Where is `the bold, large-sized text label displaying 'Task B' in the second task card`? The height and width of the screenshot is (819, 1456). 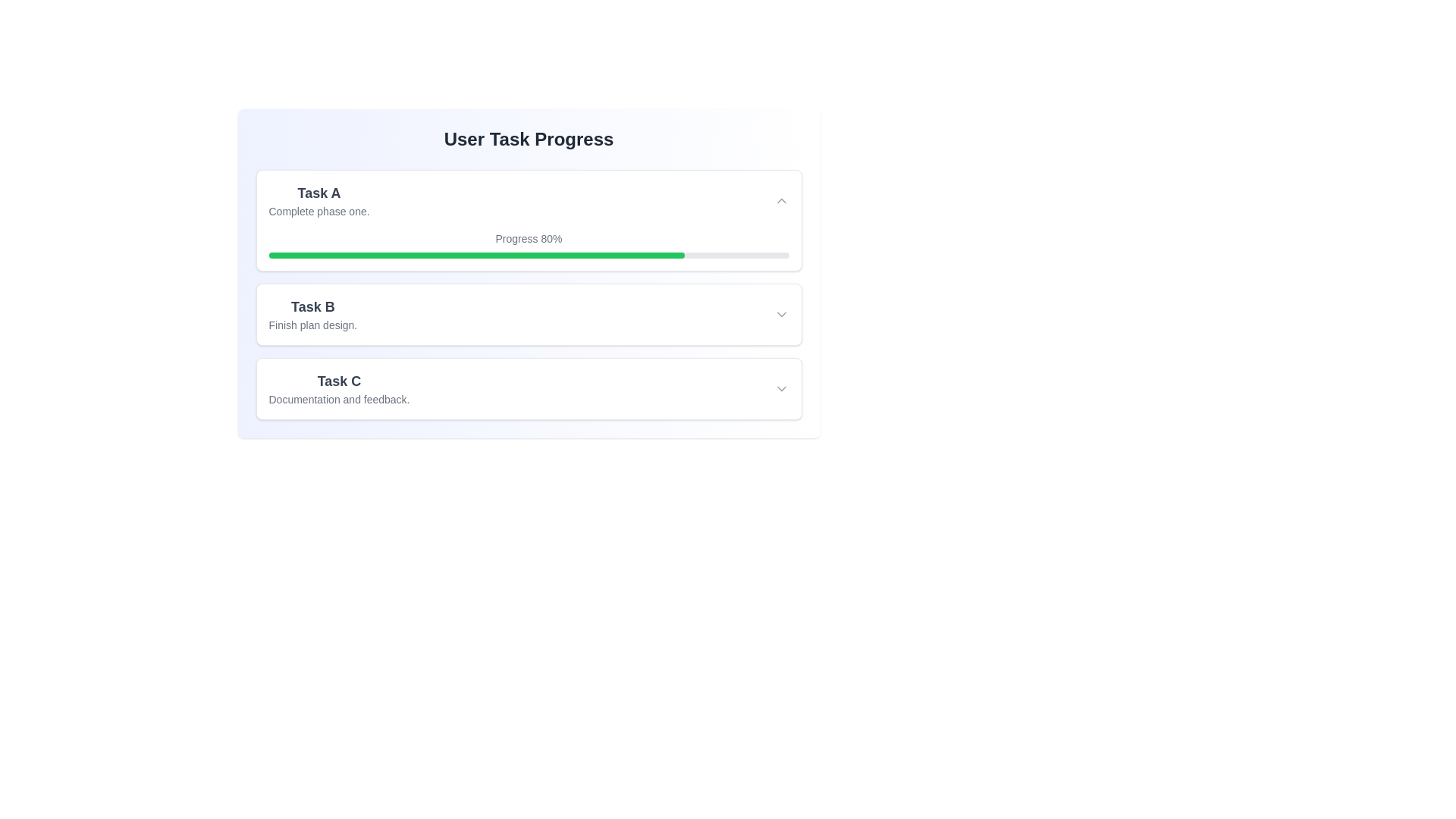 the bold, large-sized text label displaying 'Task B' in the second task card is located at coordinates (312, 307).